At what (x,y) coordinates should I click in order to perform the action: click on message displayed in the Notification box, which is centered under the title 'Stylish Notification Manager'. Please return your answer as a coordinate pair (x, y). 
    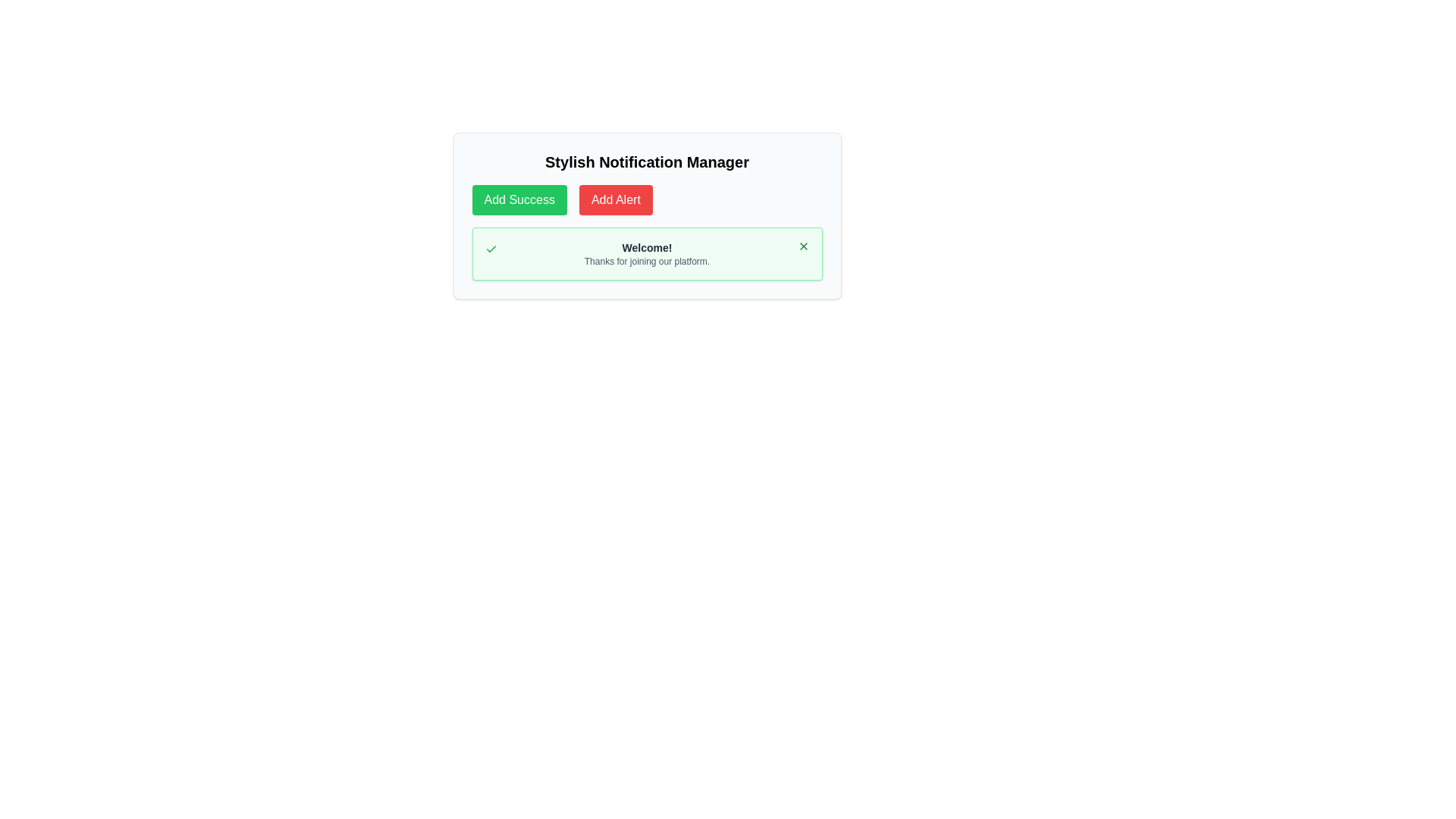
    Looking at the image, I should click on (647, 253).